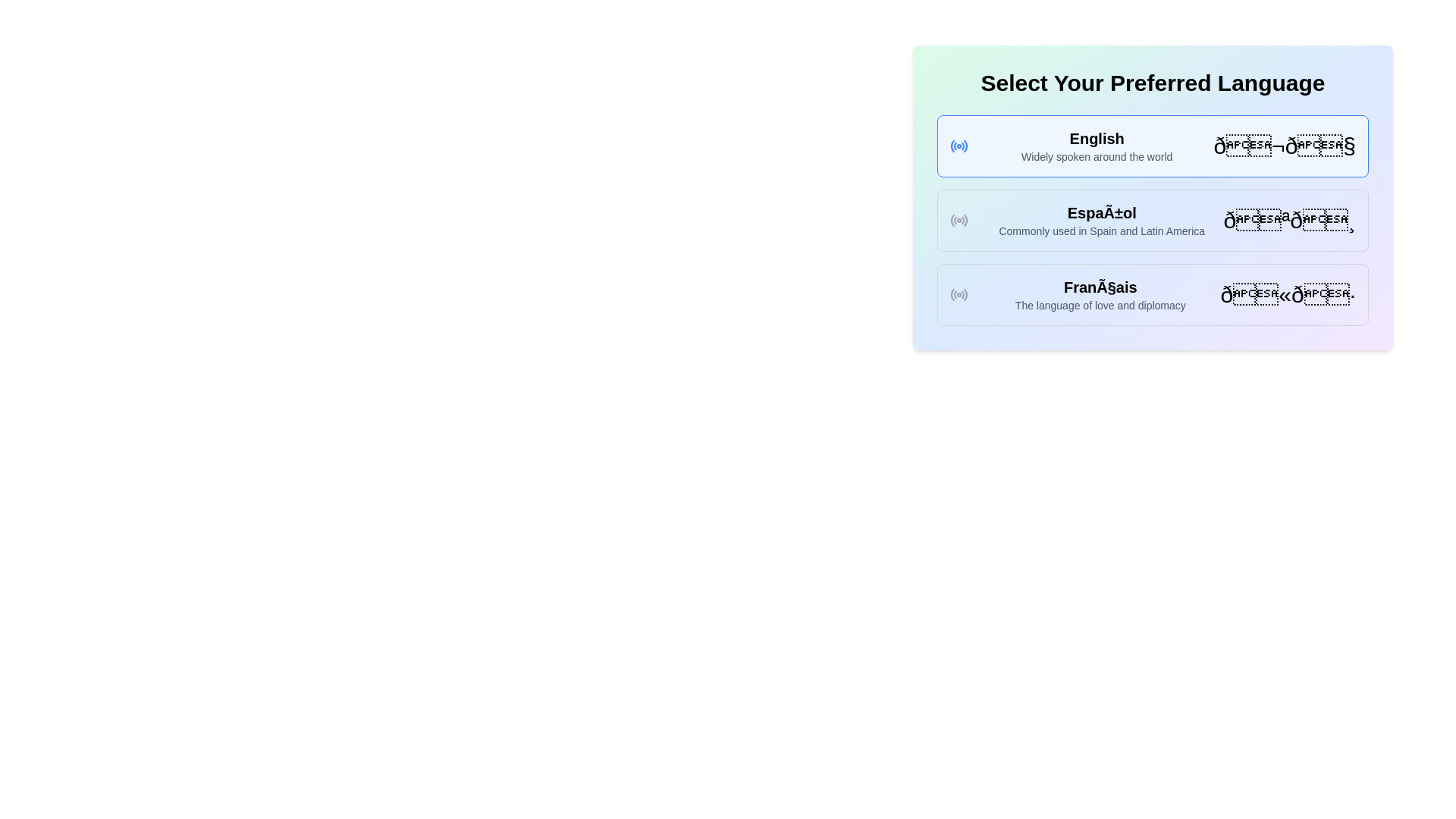 The height and width of the screenshot is (819, 1456). I want to click on the radio button for the 'English' language option, which is positioned to the left of its text label, so click(959, 146).